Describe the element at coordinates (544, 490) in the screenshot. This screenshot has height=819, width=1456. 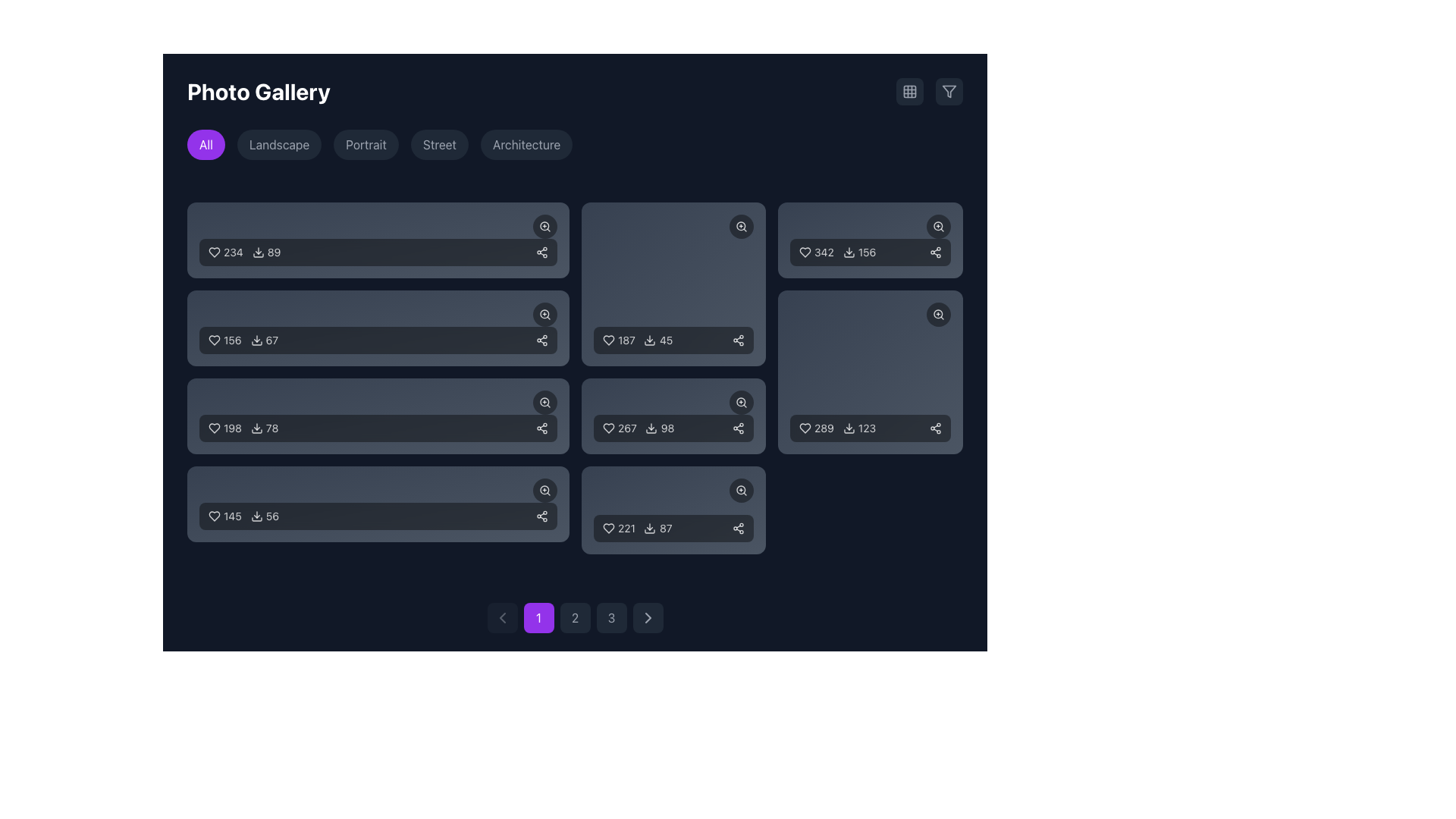
I see `the primary circular graphical component within the magnifying glass icon located in the bottom right corner of the rectangular tile displaying '145' likes and '56' downloads` at that location.